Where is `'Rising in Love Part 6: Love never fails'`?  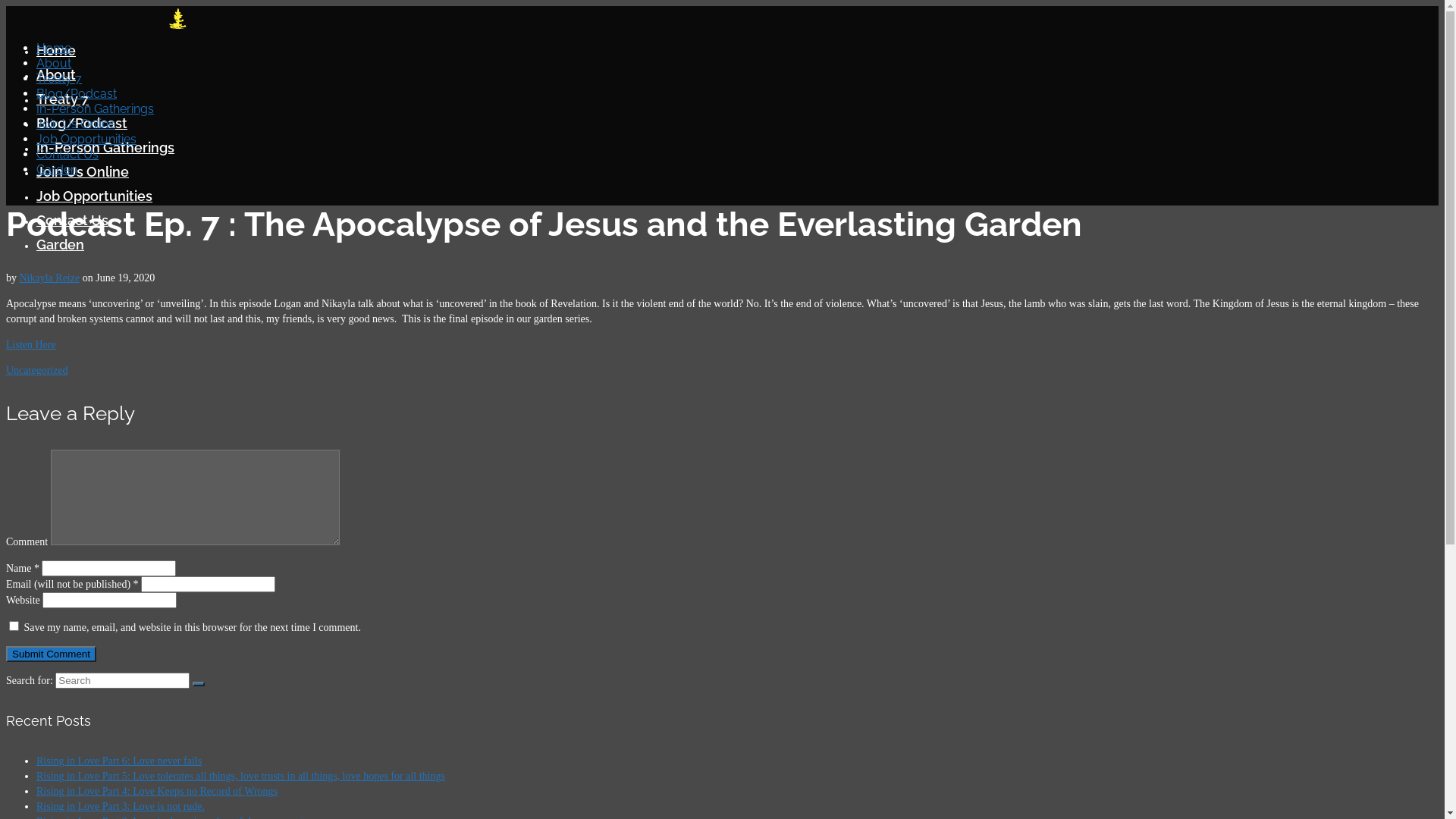 'Rising in Love Part 6: Love never fails' is located at coordinates (118, 761).